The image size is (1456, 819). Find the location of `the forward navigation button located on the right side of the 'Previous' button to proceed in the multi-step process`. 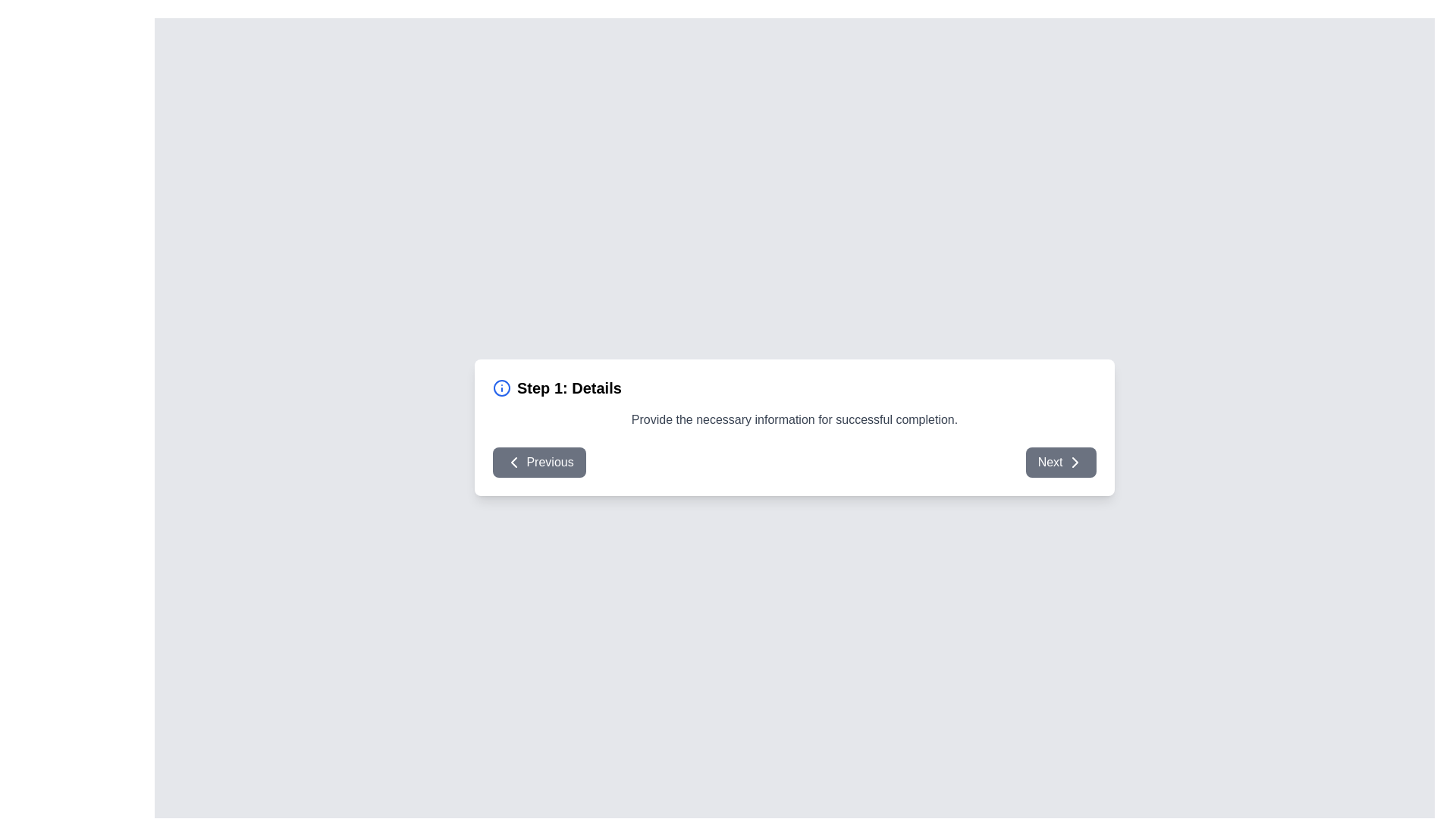

the forward navigation button located on the right side of the 'Previous' button to proceed in the multi-step process is located at coordinates (1059, 461).